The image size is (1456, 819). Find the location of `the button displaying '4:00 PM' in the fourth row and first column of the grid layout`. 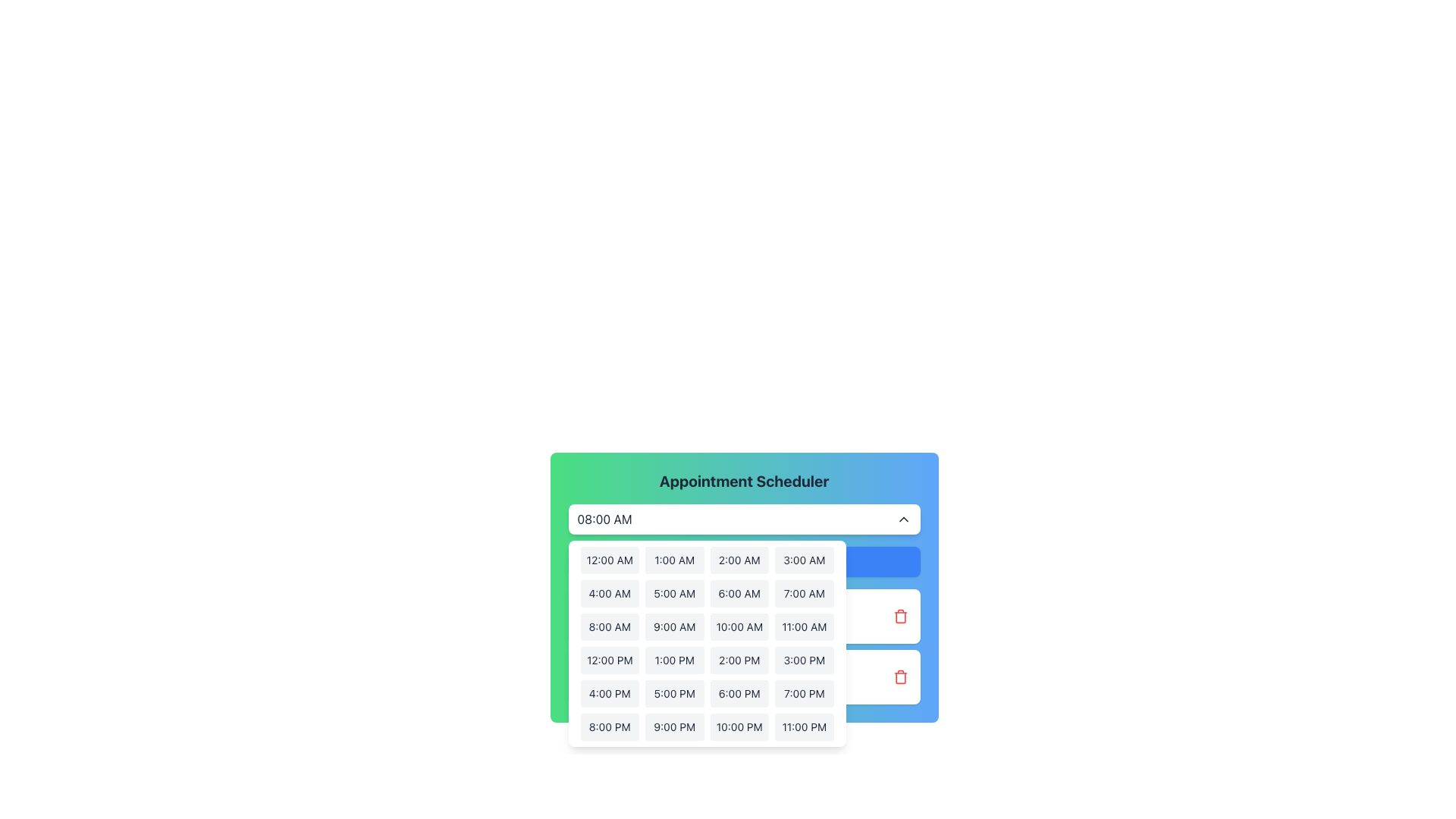

the button displaying '4:00 PM' in the fourth row and first column of the grid layout is located at coordinates (610, 693).